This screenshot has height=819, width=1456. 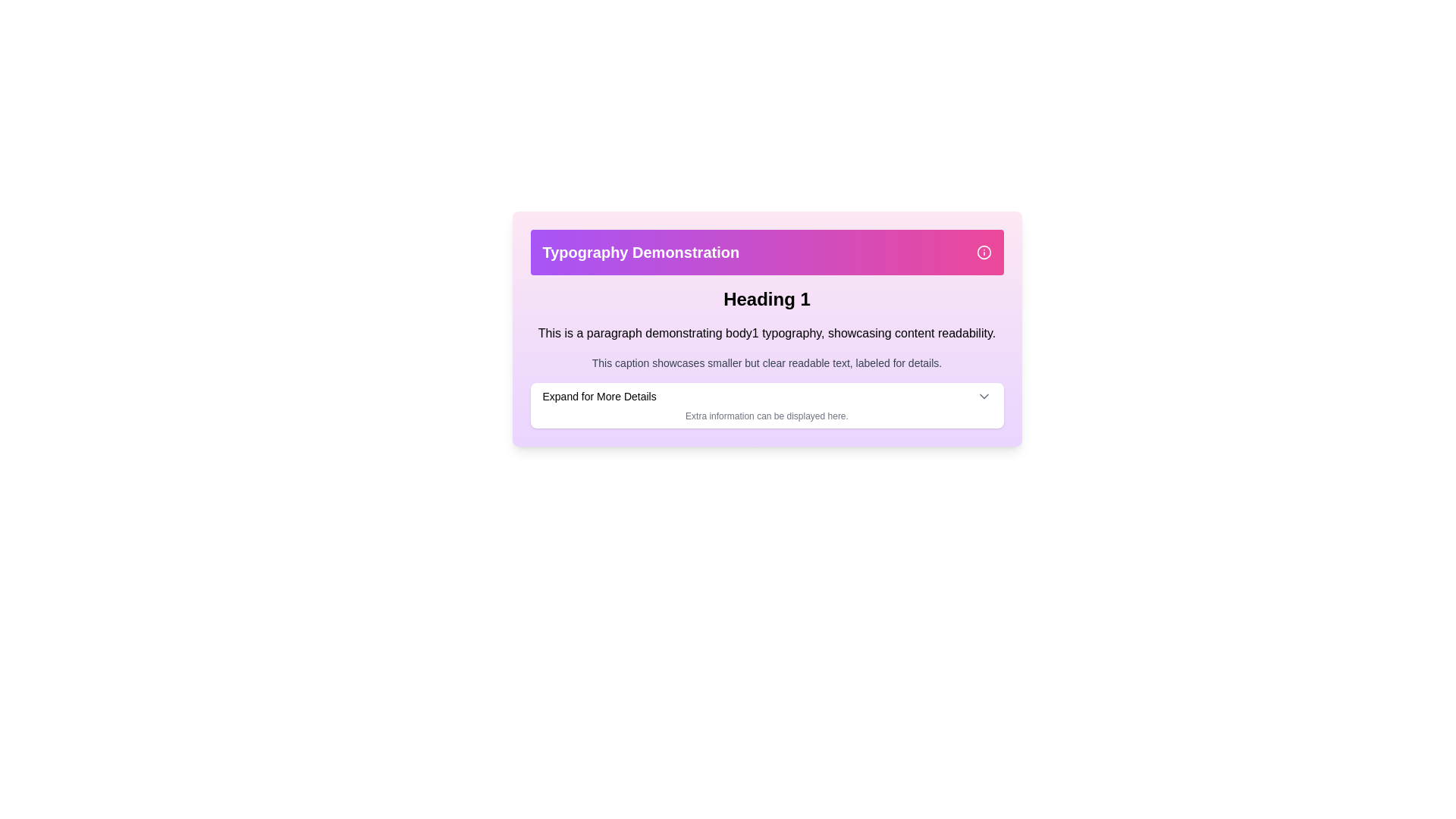 I want to click on the content of the Header banner element, which has a gradient background and displays the text 'Typography Demonstration' on the left and an information icon on the right, so click(x=767, y=251).